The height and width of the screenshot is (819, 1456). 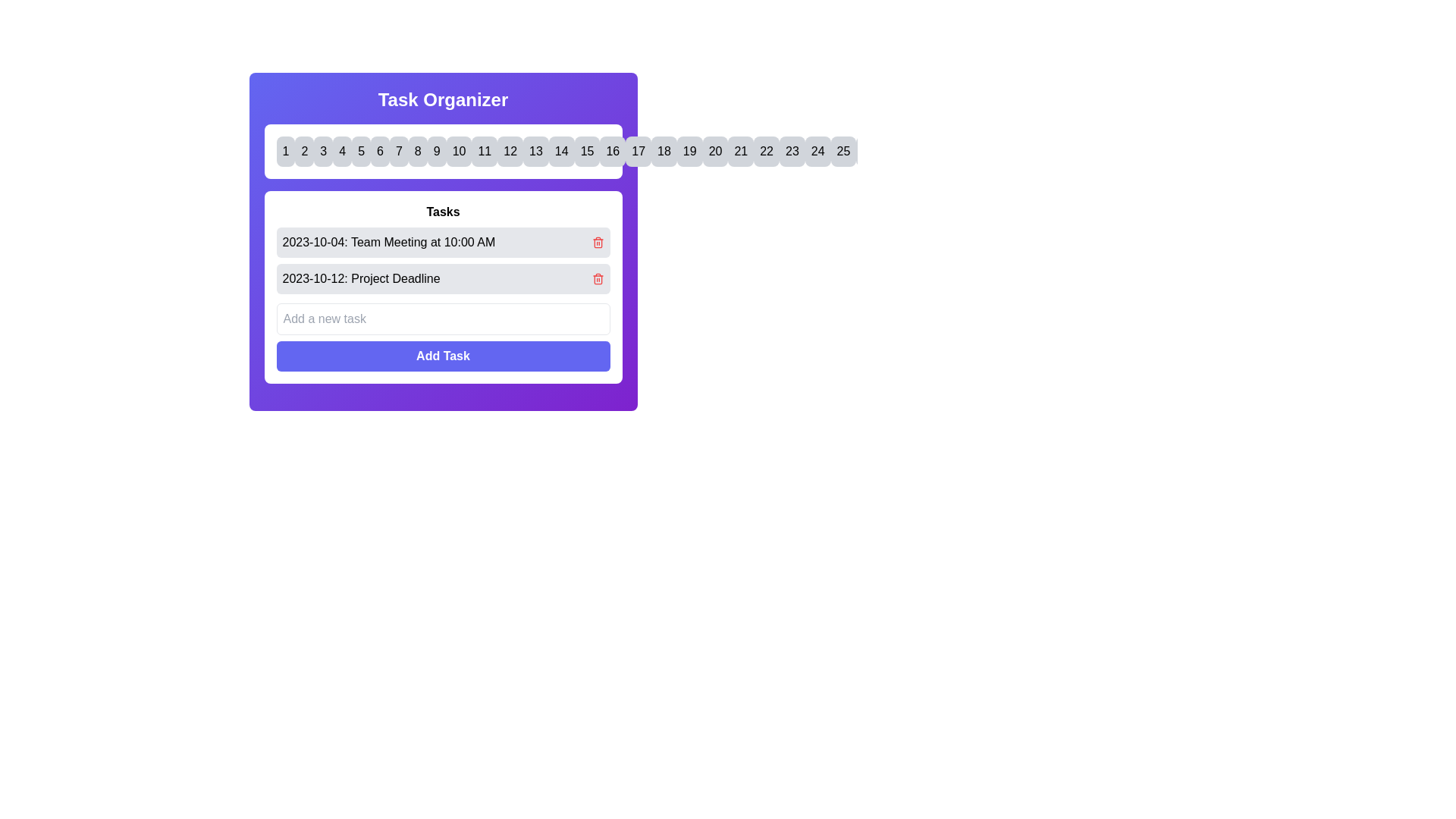 What do you see at coordinates (535, 152) in the screenshot?
I see `the Button representing the number '13' in the 'Task Organizer'` at bounding box center [535, 152].